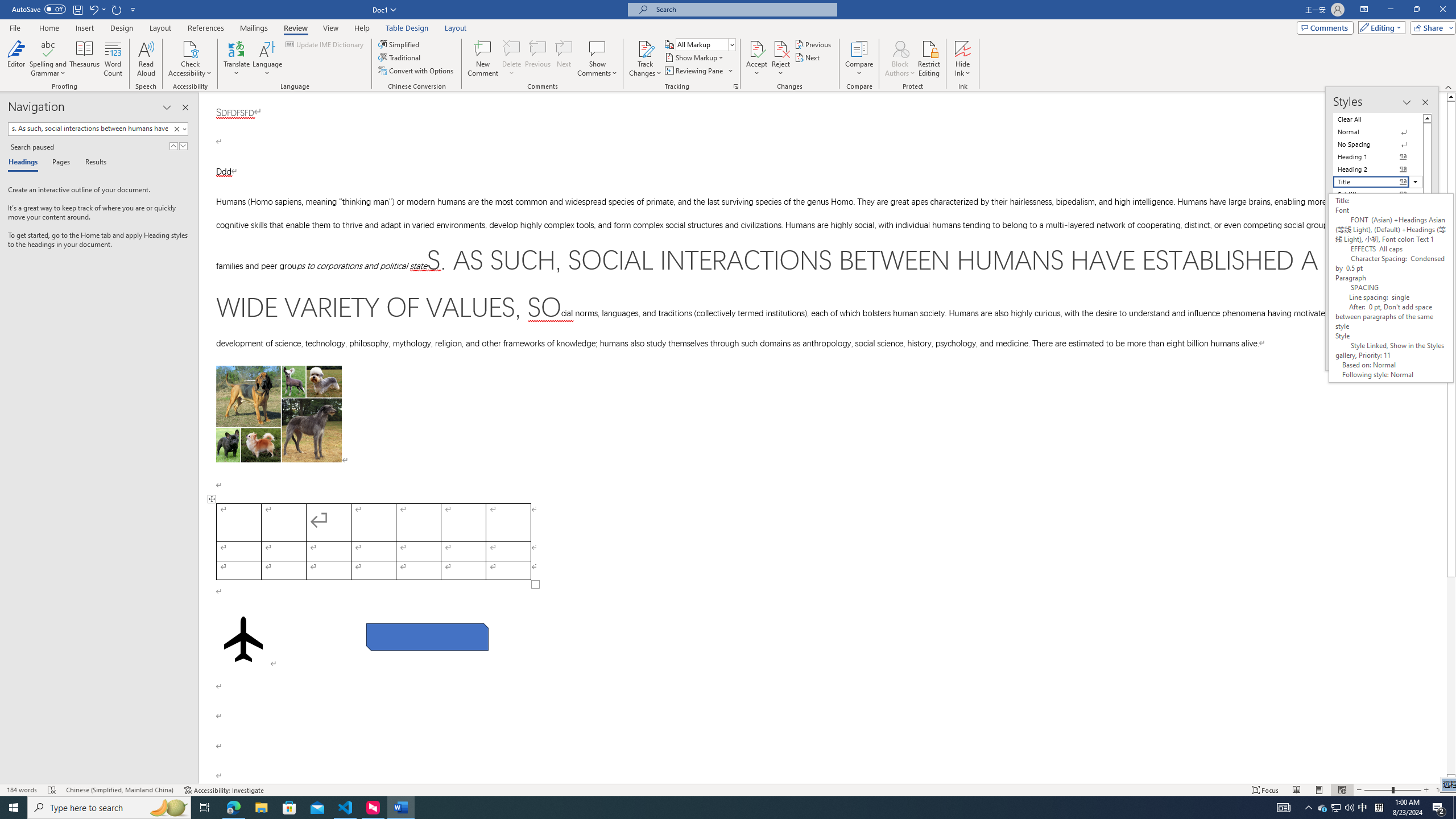  What do you see at coordinates (1378, 131) in the screenshot?
I see `'Normal'` at bounding box center [1378, 131].